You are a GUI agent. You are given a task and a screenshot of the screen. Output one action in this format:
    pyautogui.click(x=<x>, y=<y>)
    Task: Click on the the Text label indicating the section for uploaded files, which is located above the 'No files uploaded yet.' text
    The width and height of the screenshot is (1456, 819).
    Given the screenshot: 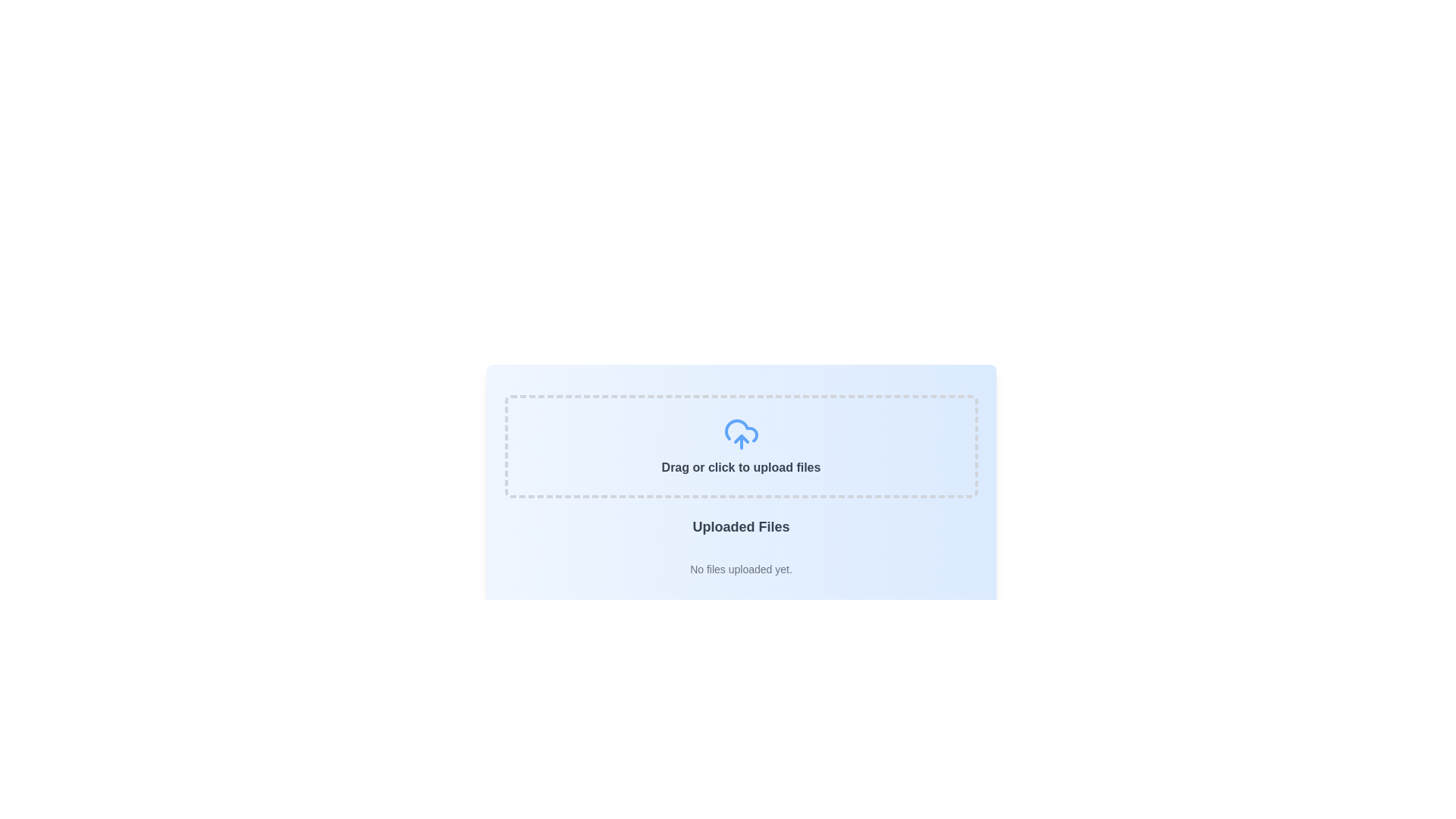 What is the action you would take?
    pyautogui.click(x=741, y=526)
    